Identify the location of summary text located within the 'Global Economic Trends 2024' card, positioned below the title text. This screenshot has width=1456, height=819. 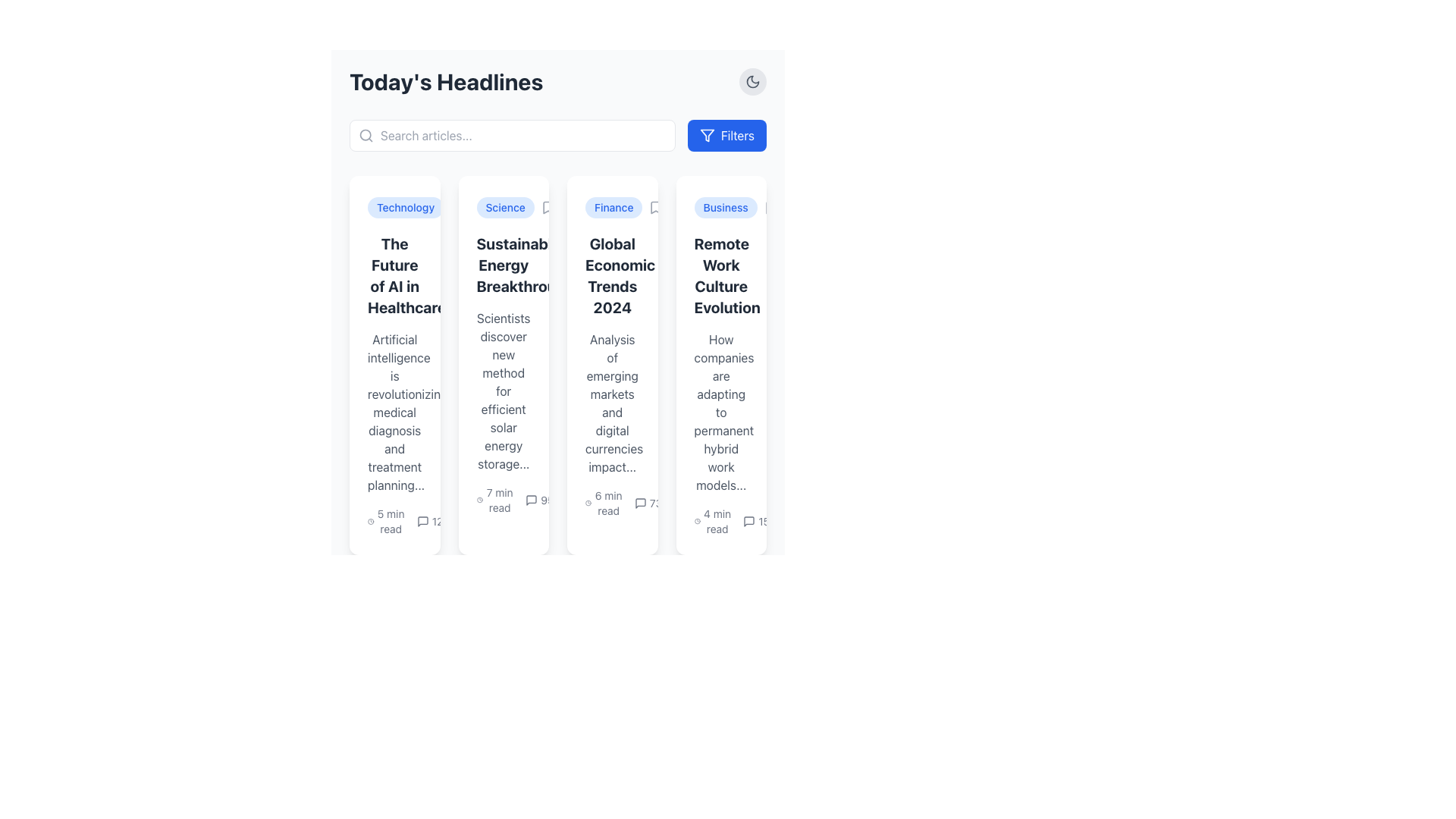
(612, 403).